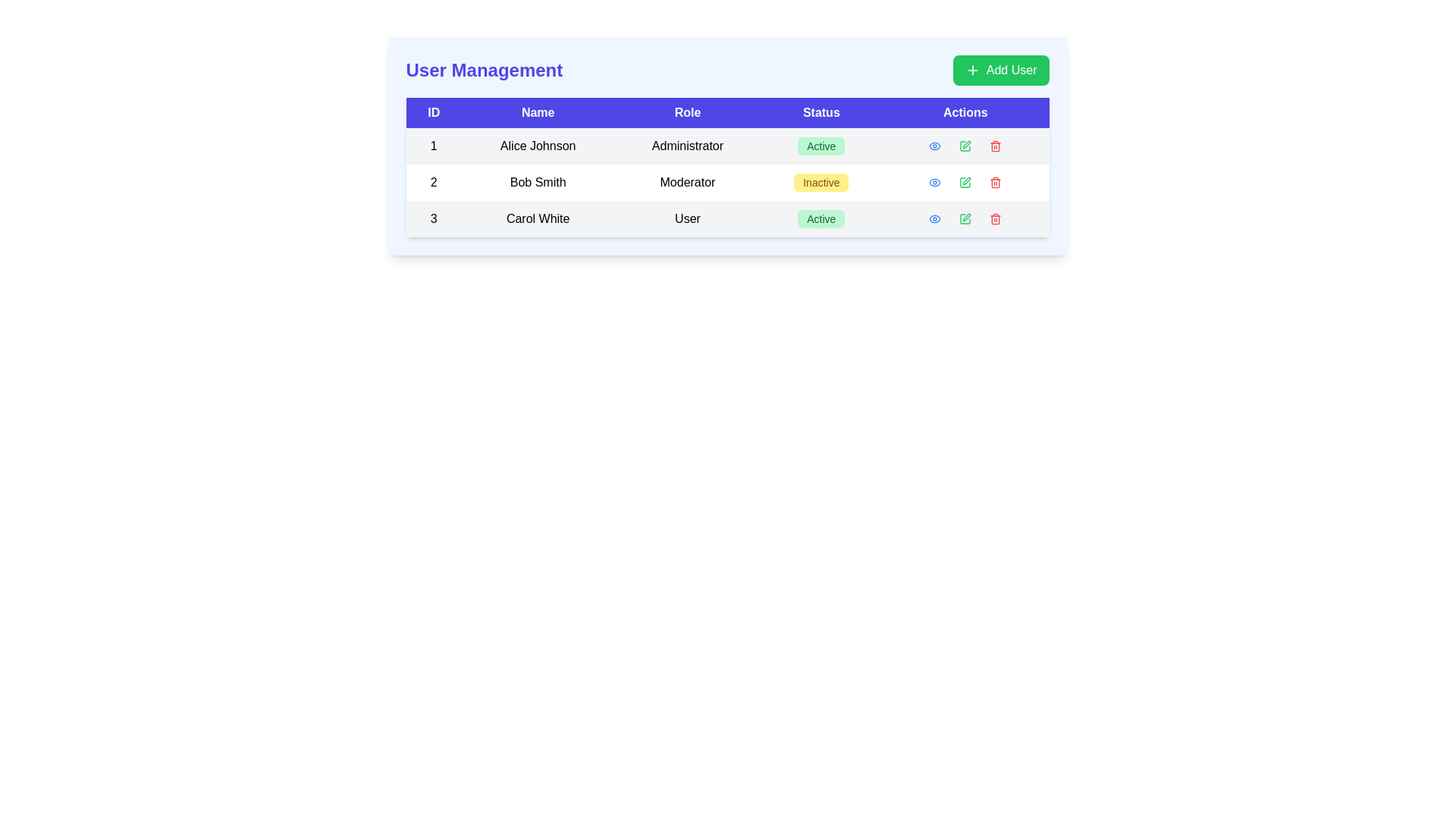  What do you see at coordinates (538, 181) in the screenshot?
I see `the text label displaying 'Bob Smith' located in the 'Name' column of the User Management table to check for interaction effects` at bounding box center [538, 181].